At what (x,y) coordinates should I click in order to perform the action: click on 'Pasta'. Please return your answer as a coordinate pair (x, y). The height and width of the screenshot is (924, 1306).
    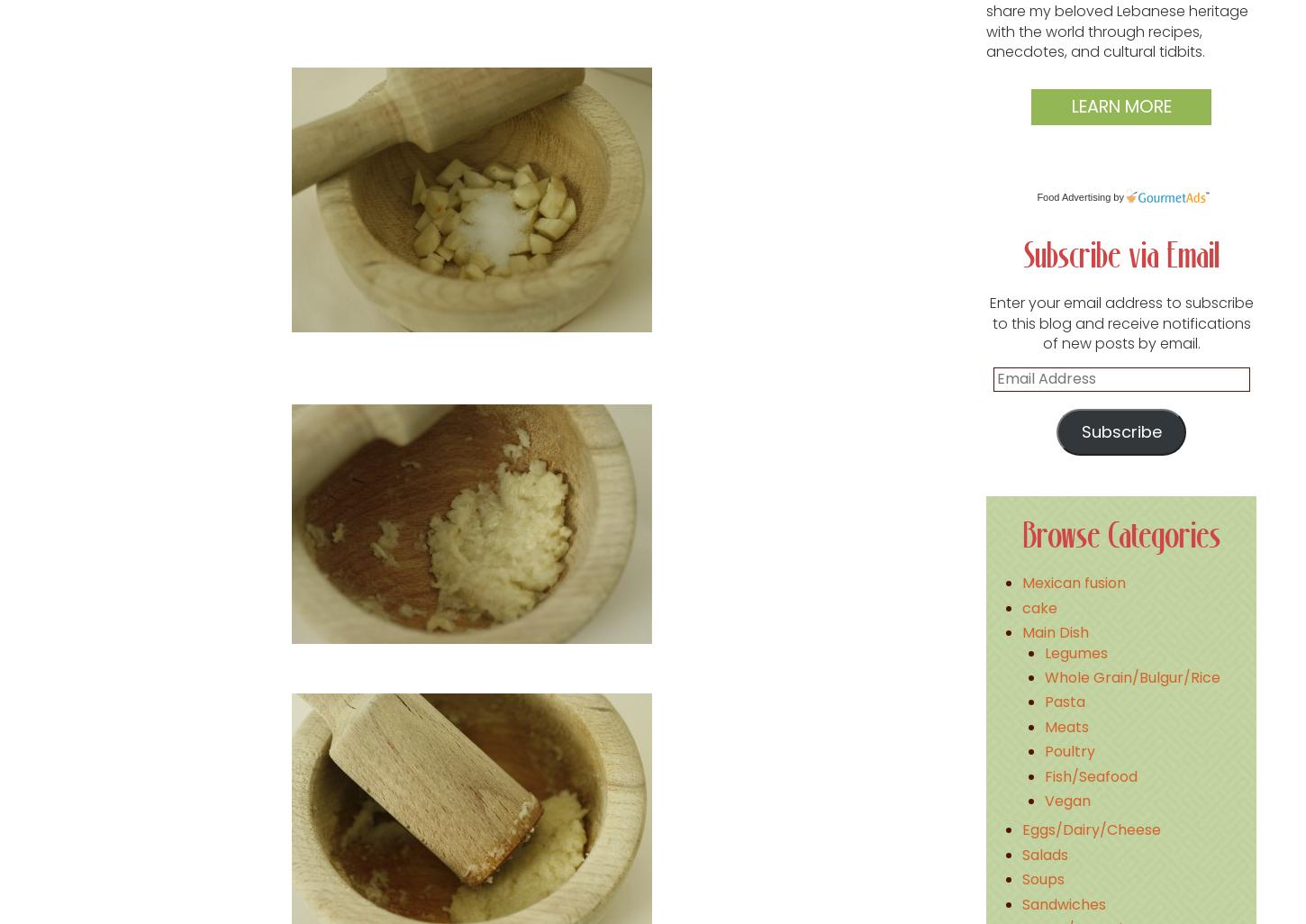
    Looking at the image, I should click on (1064, 701).